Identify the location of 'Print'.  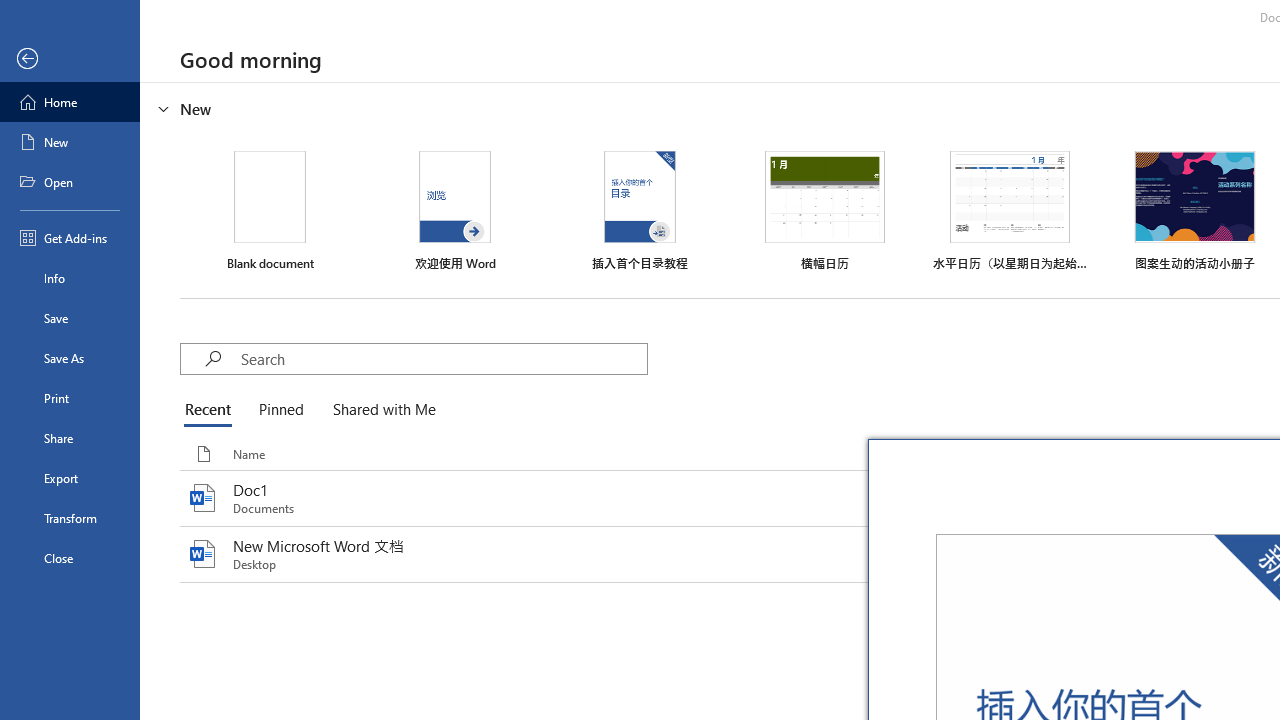
(69, 398).